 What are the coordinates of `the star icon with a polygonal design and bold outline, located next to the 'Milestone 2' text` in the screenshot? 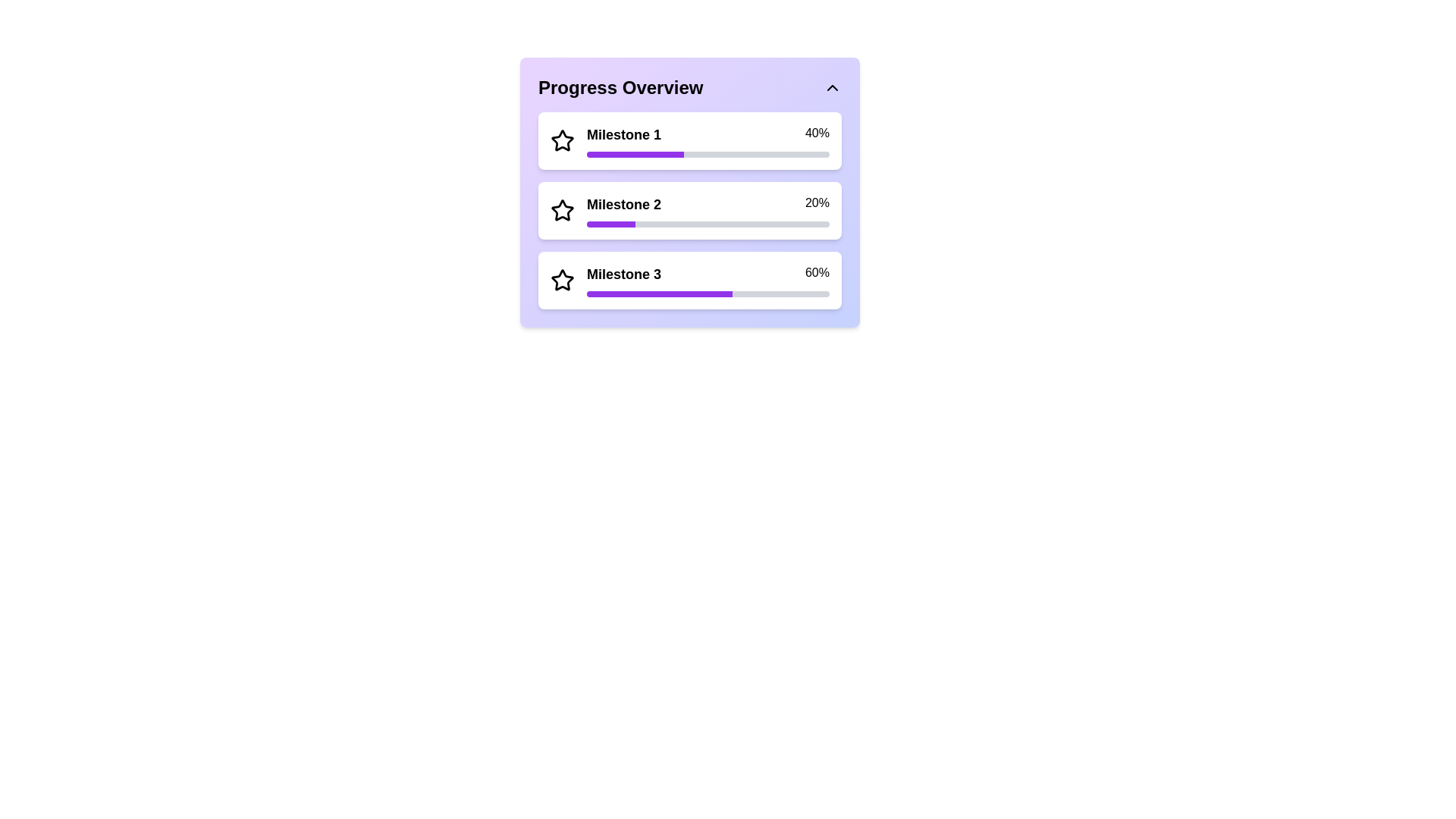 It's located at (562, 210).